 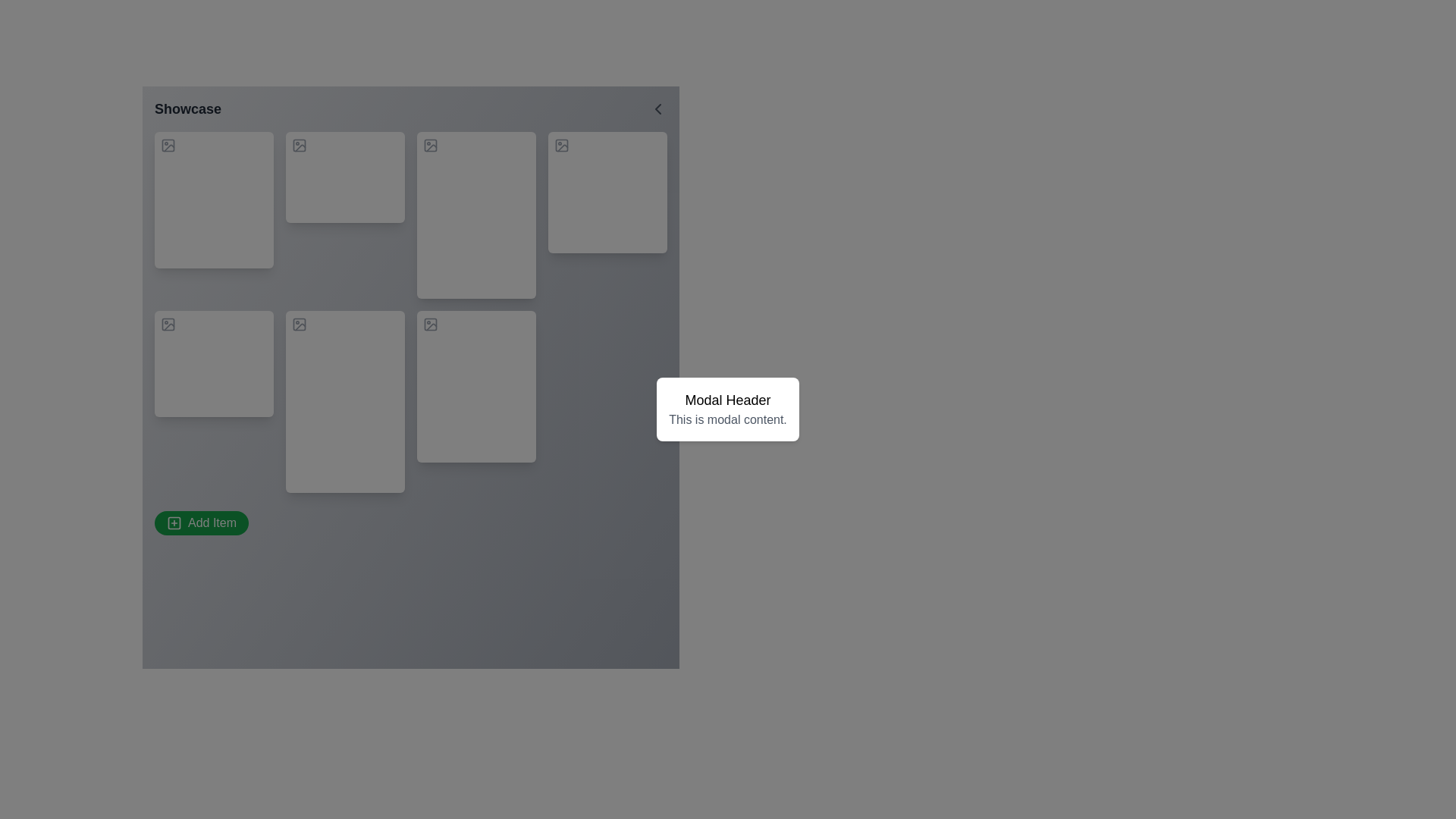 I want to click on the image placeholder icon located in the second row, third column of the 3x2 grid layout, so click(x=429, y=324).